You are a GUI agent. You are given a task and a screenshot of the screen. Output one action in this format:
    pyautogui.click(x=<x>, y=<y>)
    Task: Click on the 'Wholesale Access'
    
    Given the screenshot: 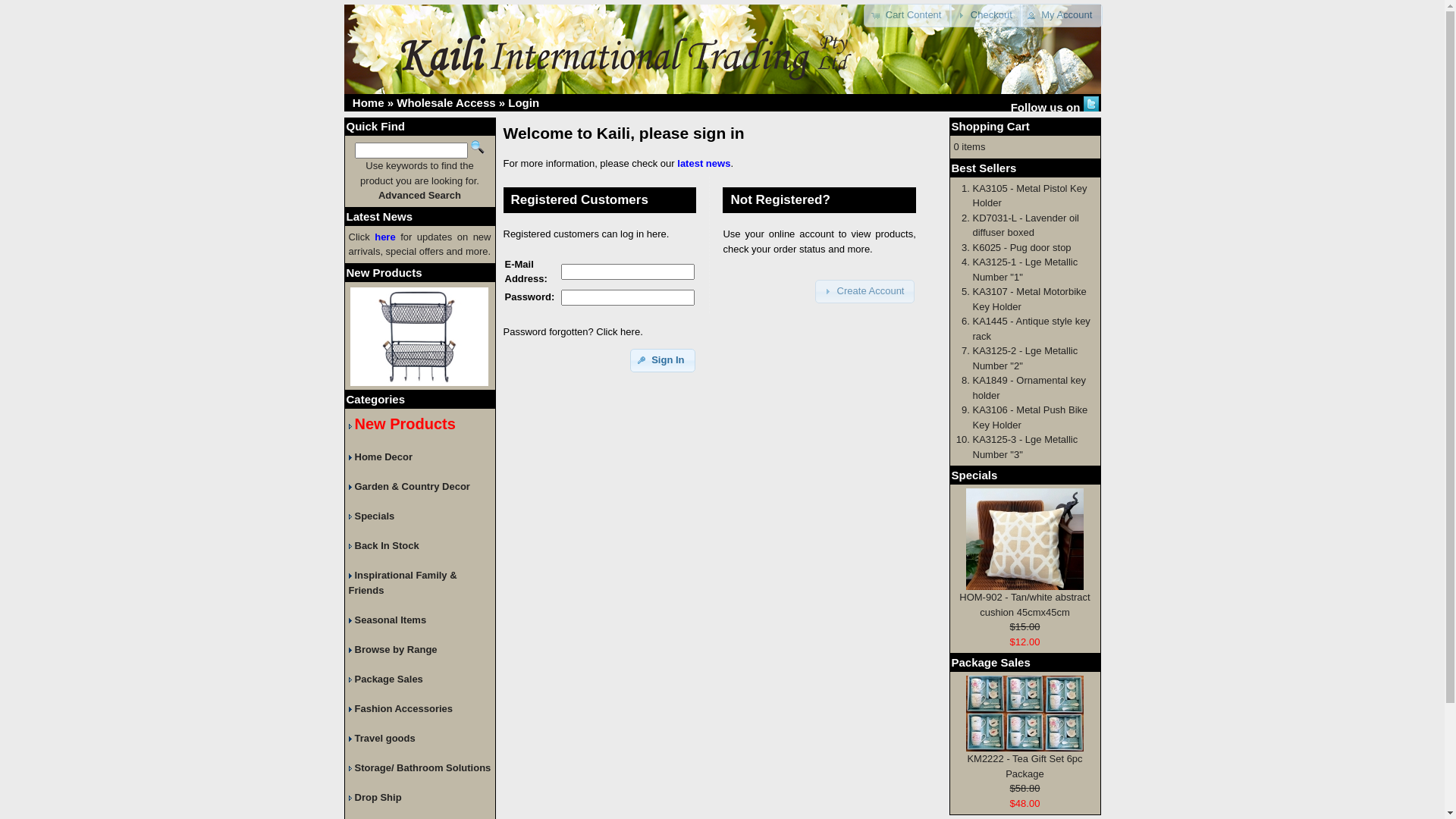 What is the action you would take?
    pyautogui.click(x=397, y=102)
    